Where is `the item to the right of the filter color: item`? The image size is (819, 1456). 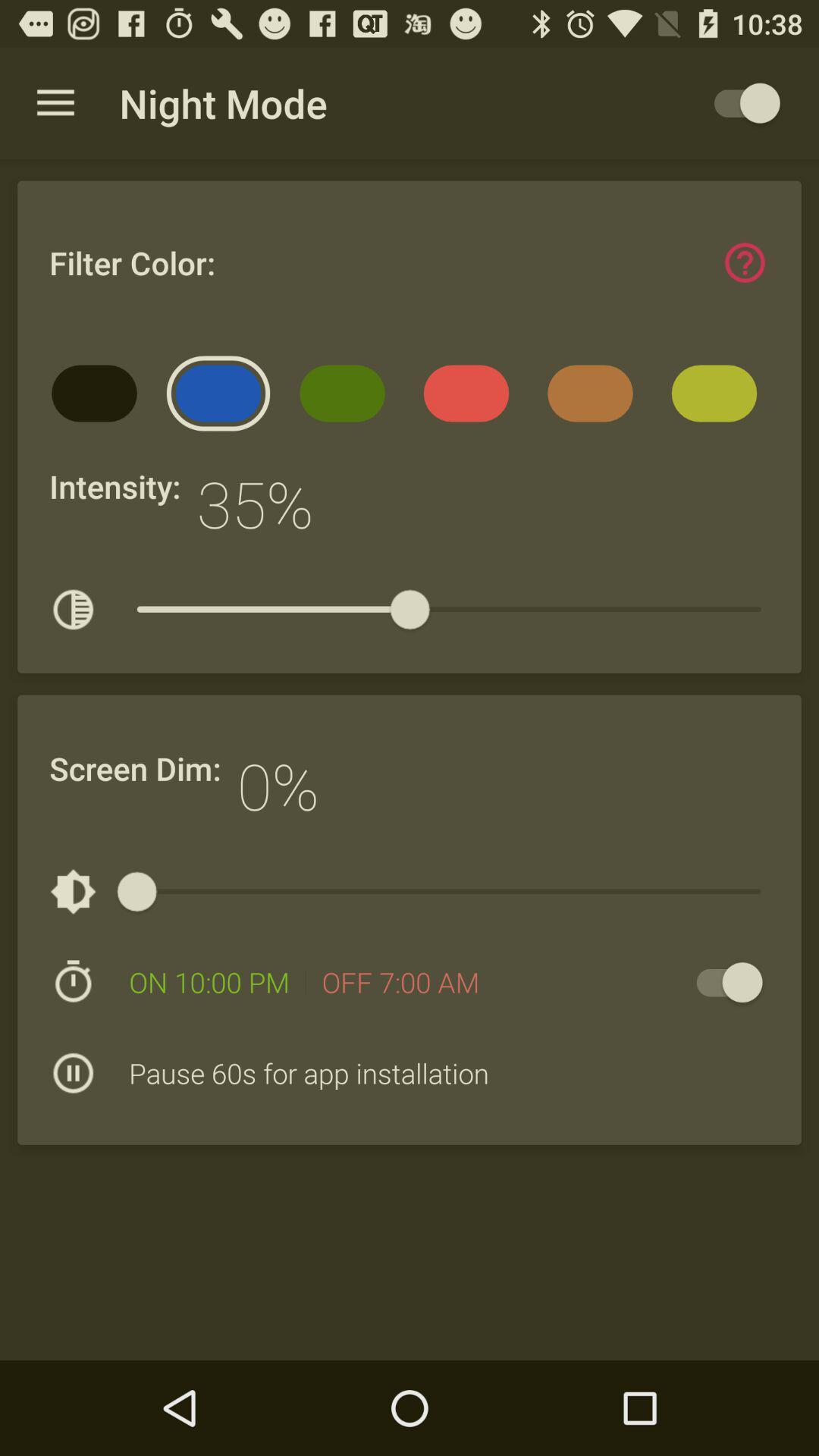 the item to the right of the filter color: item is located at coordinates (744, 262).